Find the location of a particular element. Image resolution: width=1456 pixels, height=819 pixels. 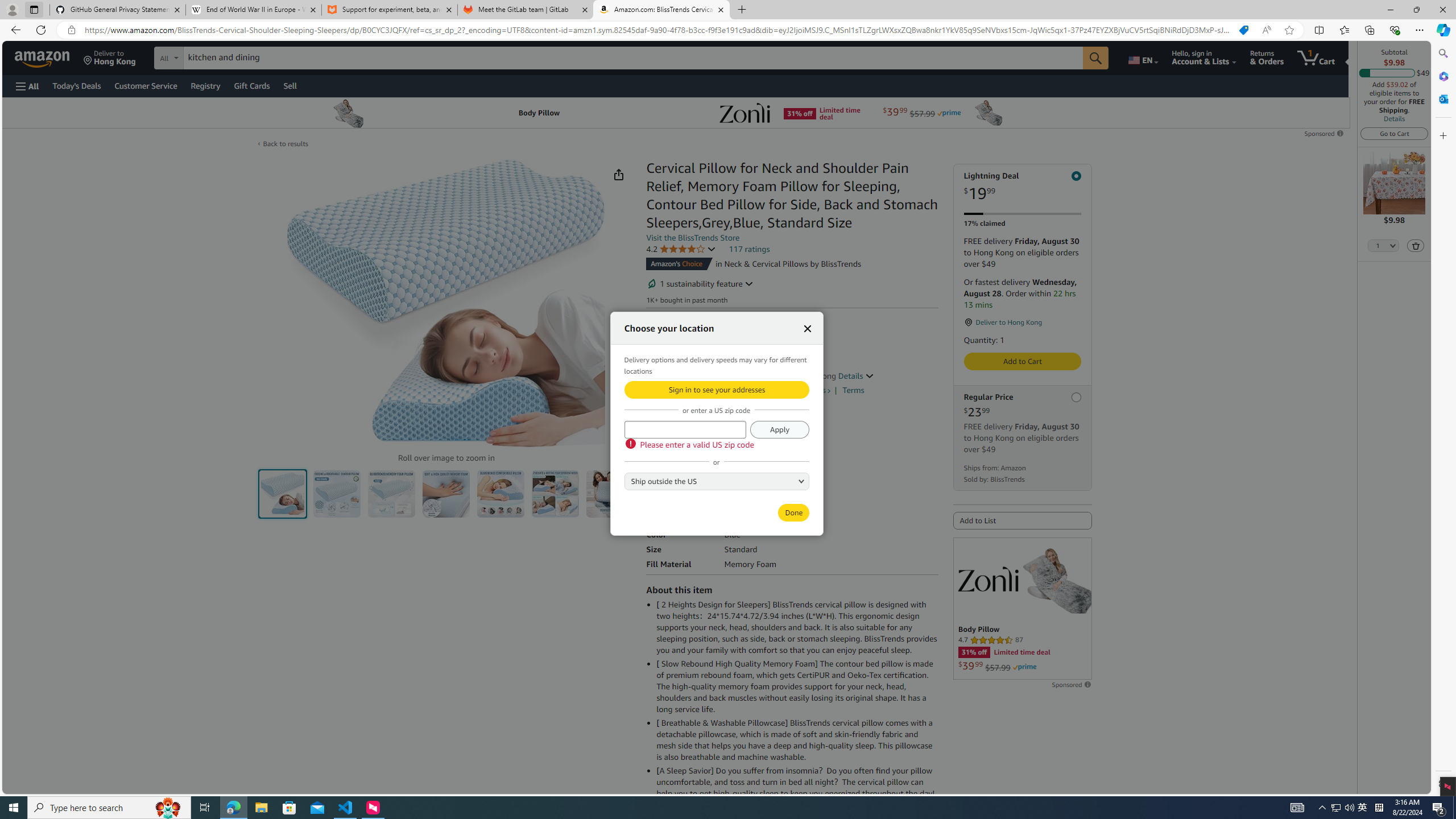

'Lightning Deal $19.99' is located at coordinates (1022, 187).